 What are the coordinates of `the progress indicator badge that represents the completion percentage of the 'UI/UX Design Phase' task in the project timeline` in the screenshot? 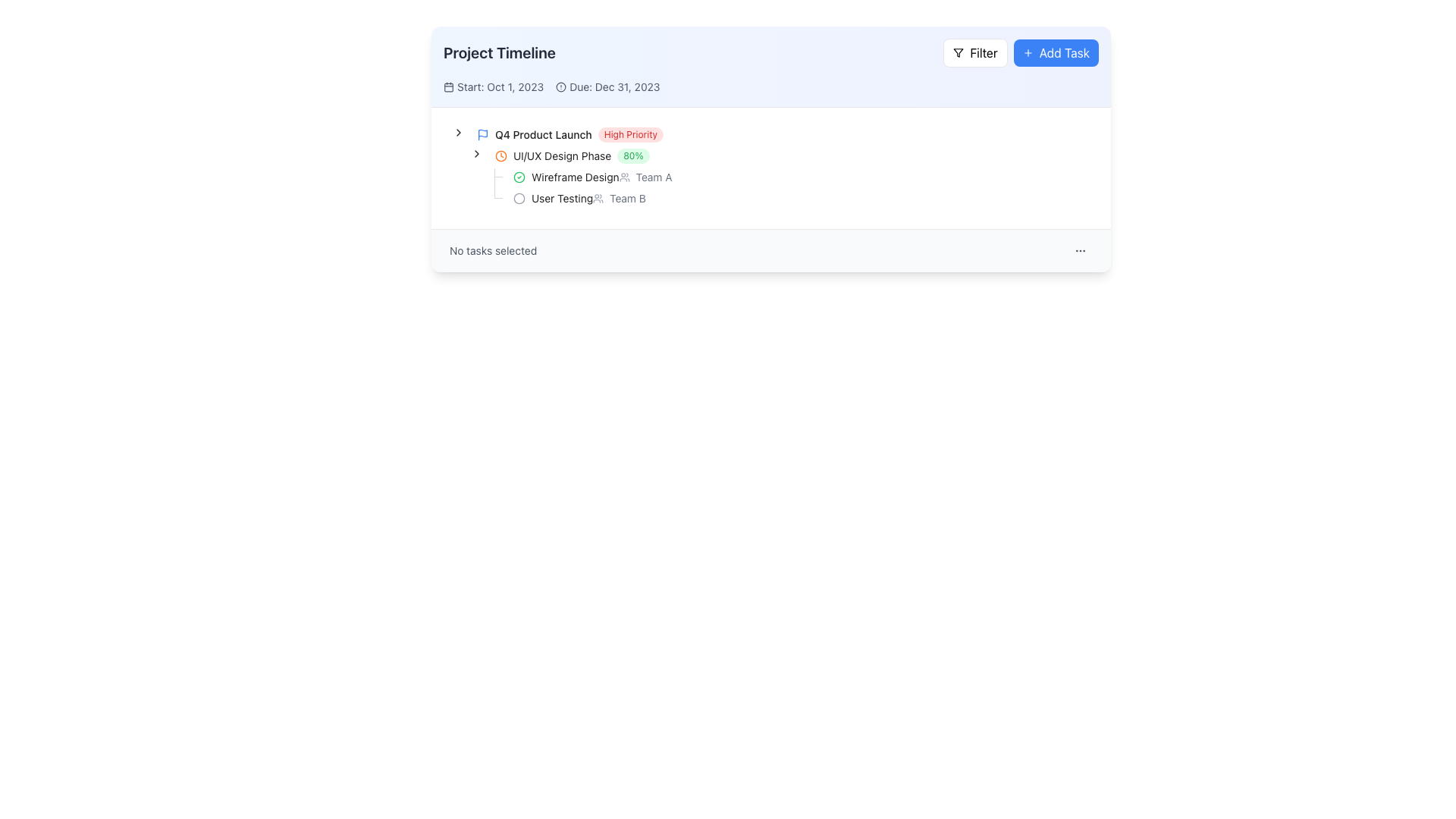 It's located at (633, 155).